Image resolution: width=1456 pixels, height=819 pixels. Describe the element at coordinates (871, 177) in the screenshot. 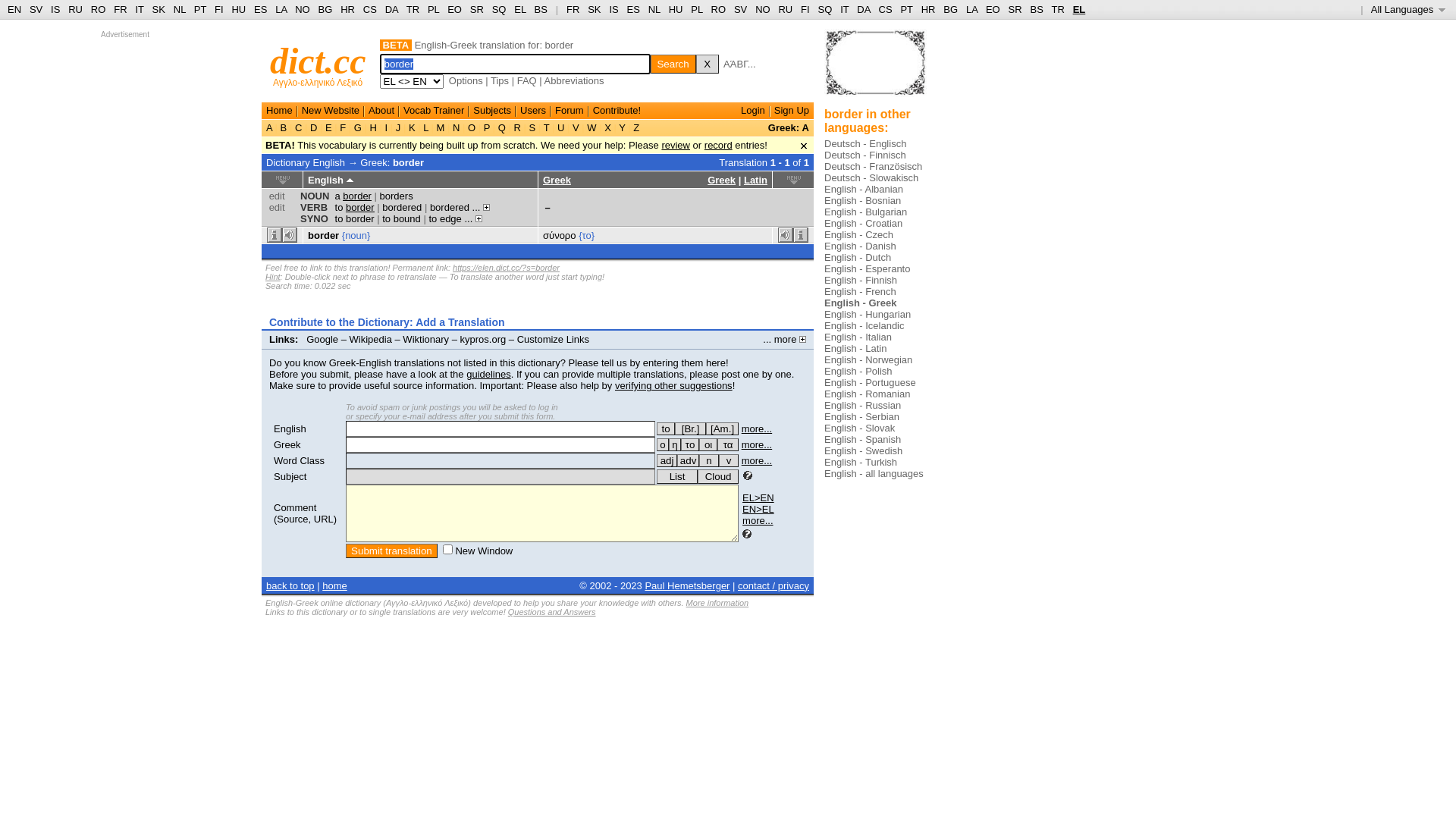

I see `'Deutsch - Slowakisch'` at that location.